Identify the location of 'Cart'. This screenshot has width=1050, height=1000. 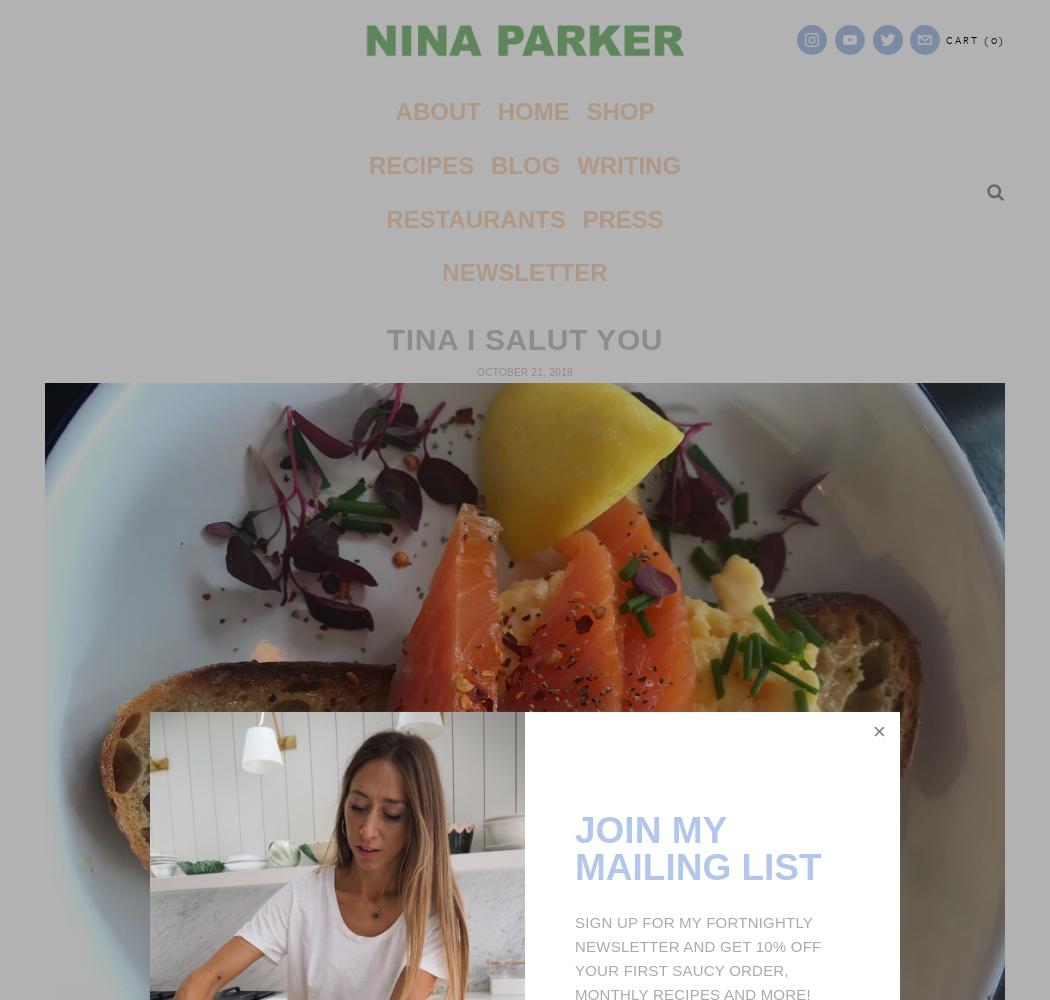
(961, 39).